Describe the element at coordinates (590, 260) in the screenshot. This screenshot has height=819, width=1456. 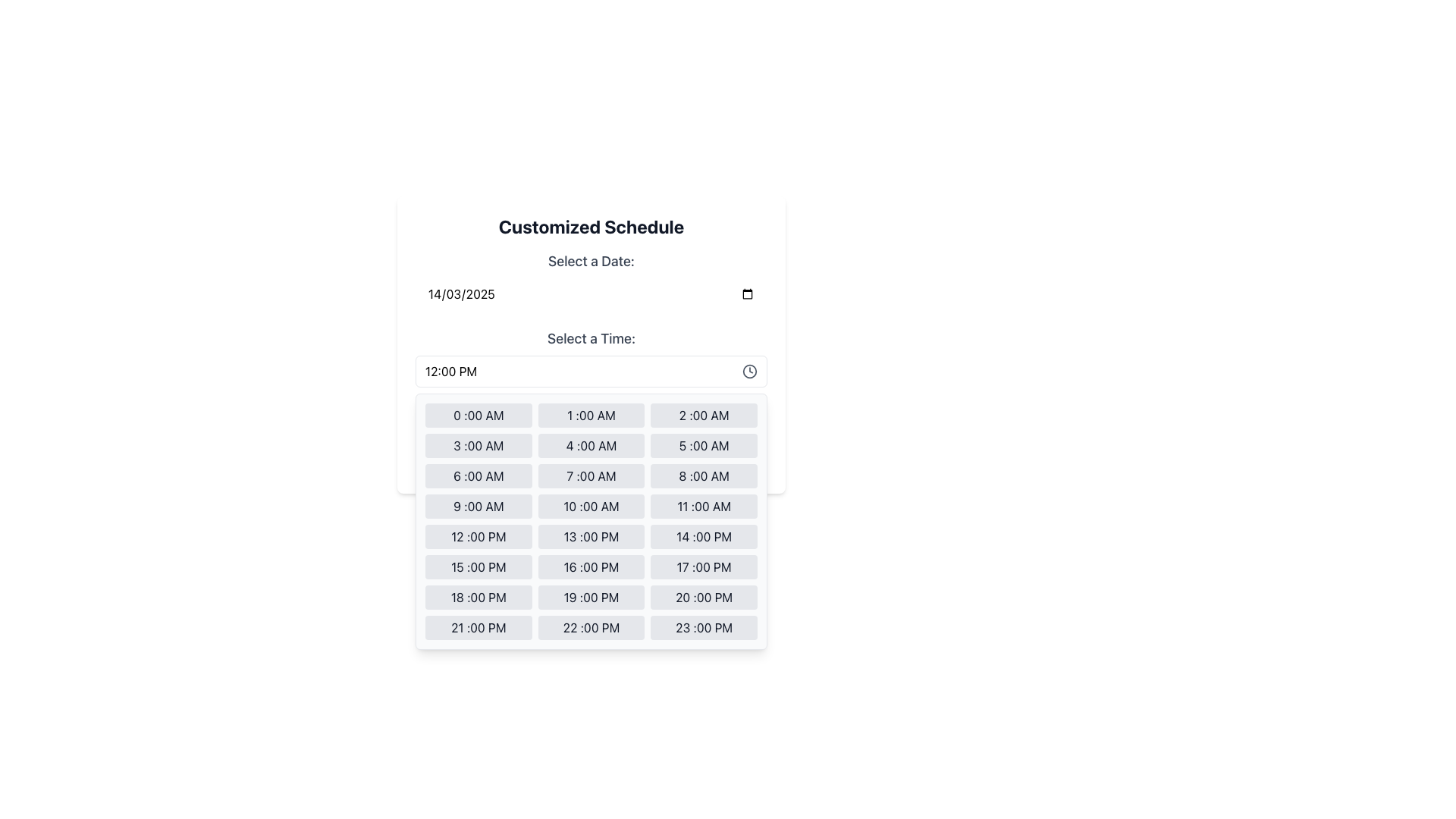
I see `the text label that identifies the date picker input field, located at the top-left of the date and time selection form` at that location.